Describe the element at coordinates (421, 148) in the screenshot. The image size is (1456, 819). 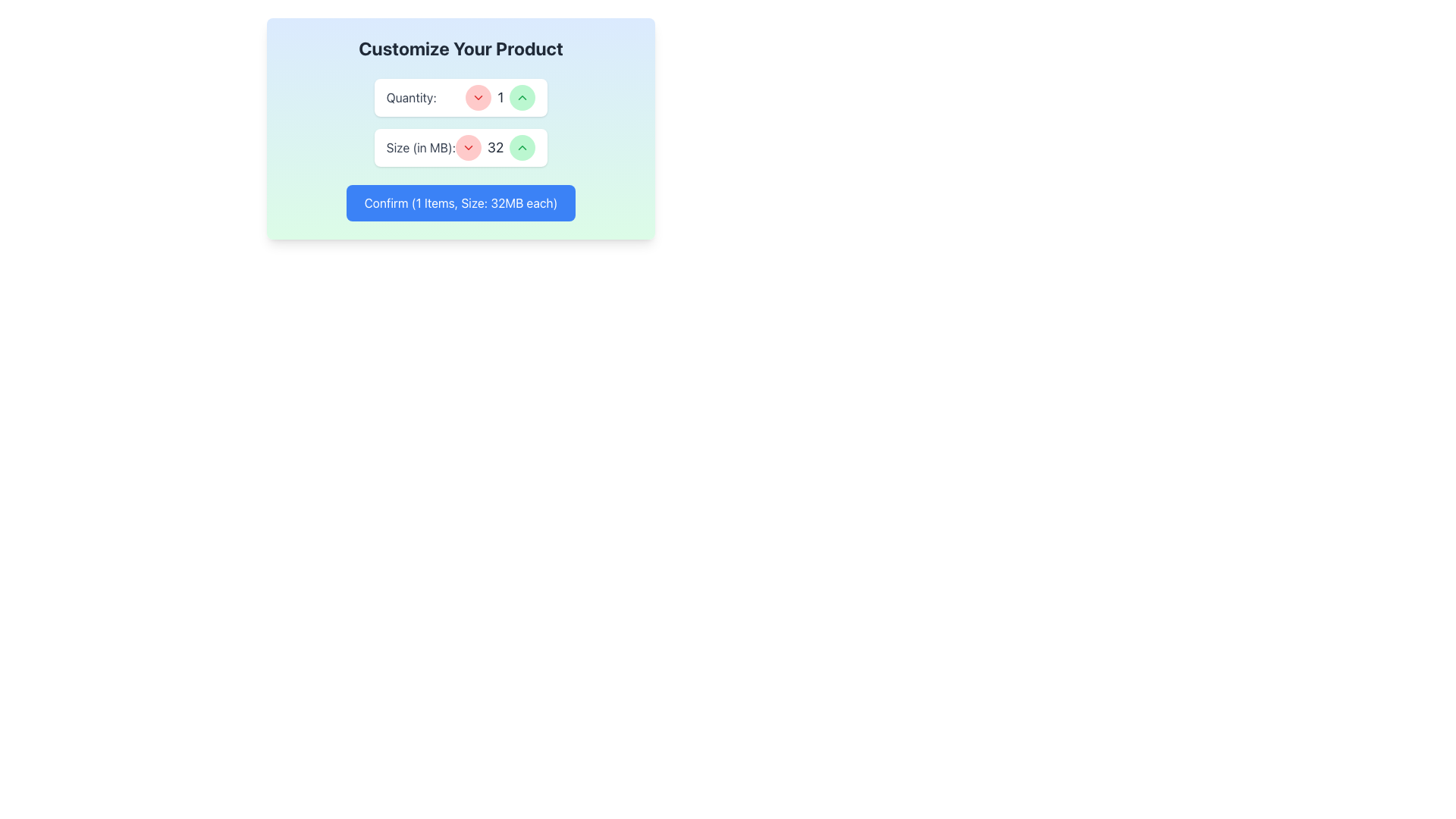
I see `the label displaying 'Size (in MB):' which is styled with a gray font color and positioned next to the numerical value '32' in a card-like UI component` at that location.